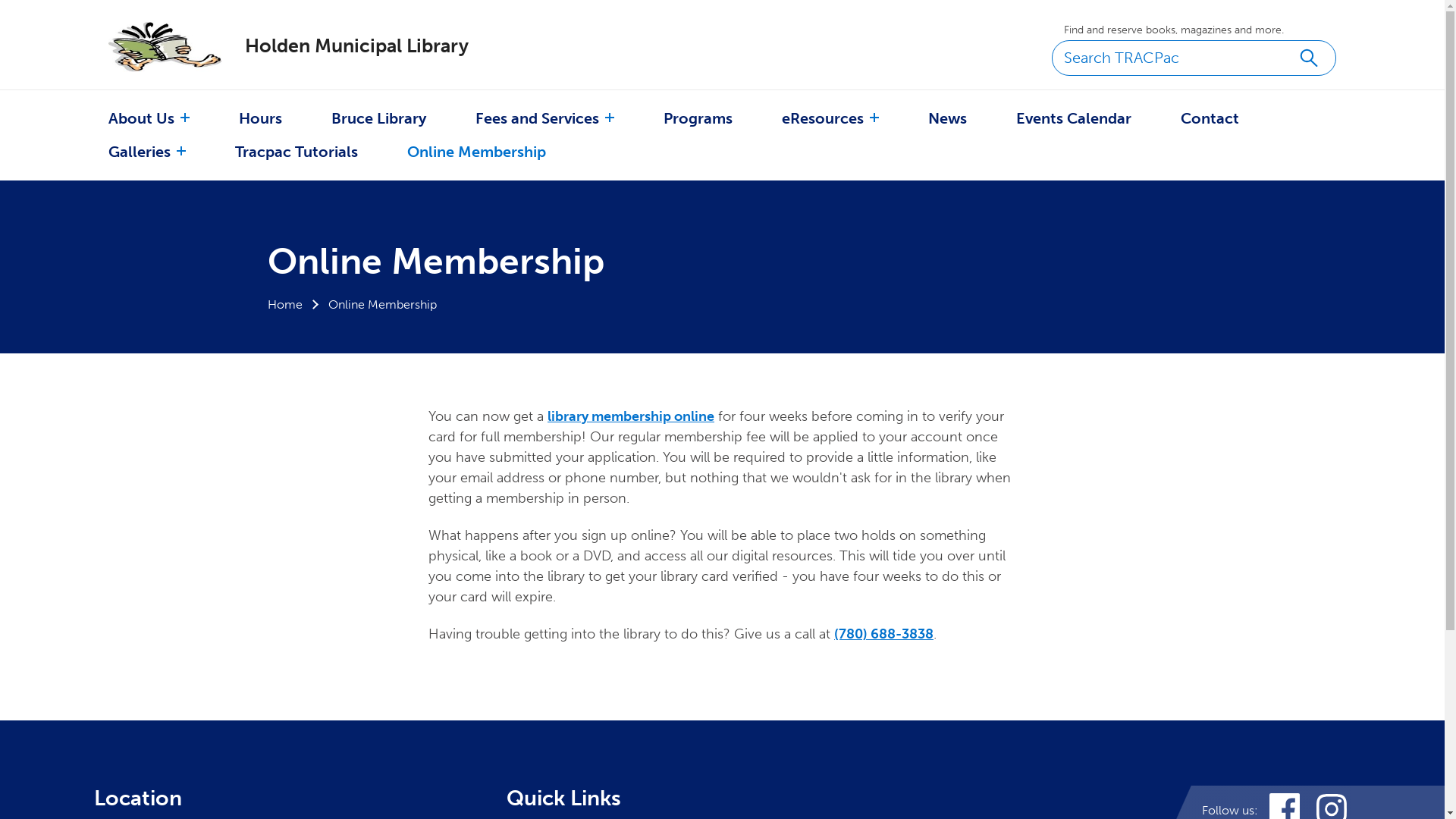  What do you see at coordinates (296, 152) in the screenshot?
I see `'Tracpac Tutorials'` at bounding box center [296, 152].